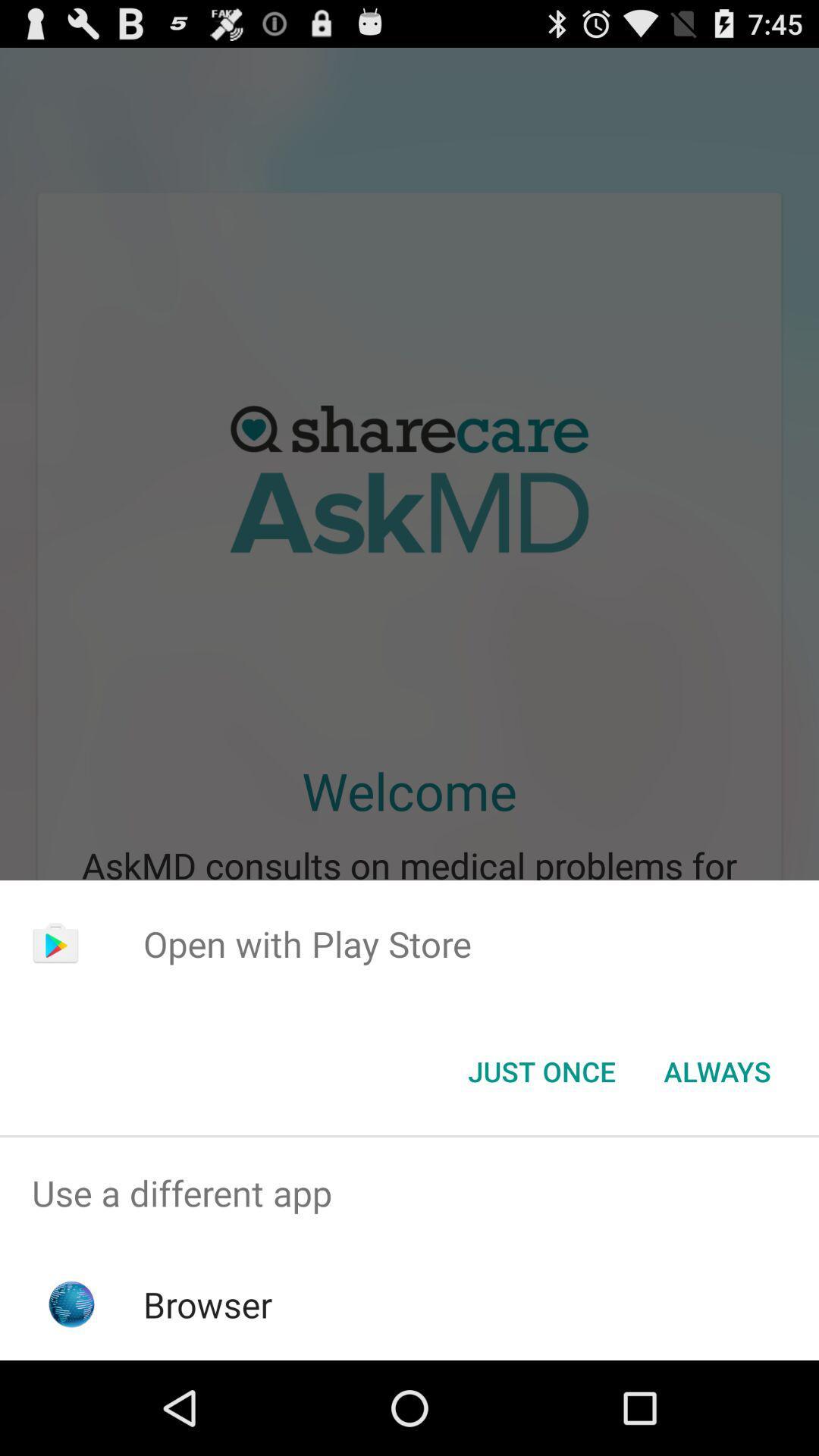 The width and height of the screenshot is (819, 1456). I want to click on the item next to just once button, so click(717, 1070).